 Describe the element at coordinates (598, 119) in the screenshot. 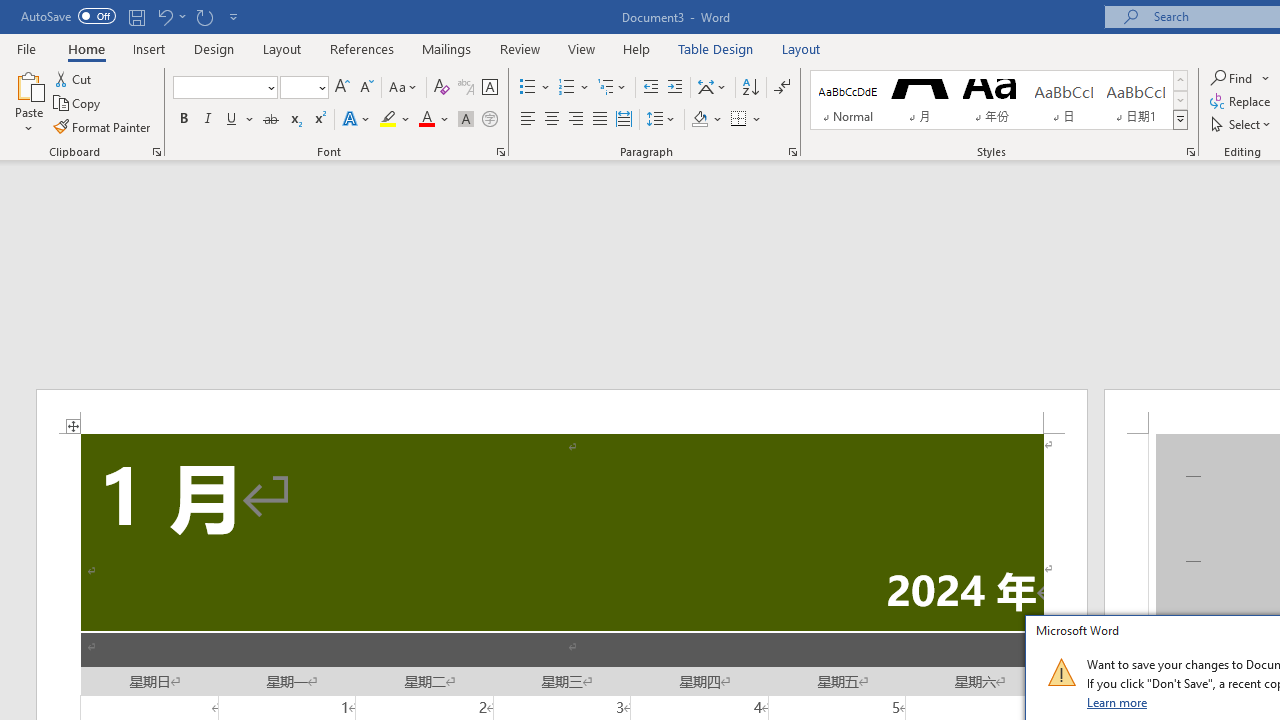

I see `'Justify'` at that location.